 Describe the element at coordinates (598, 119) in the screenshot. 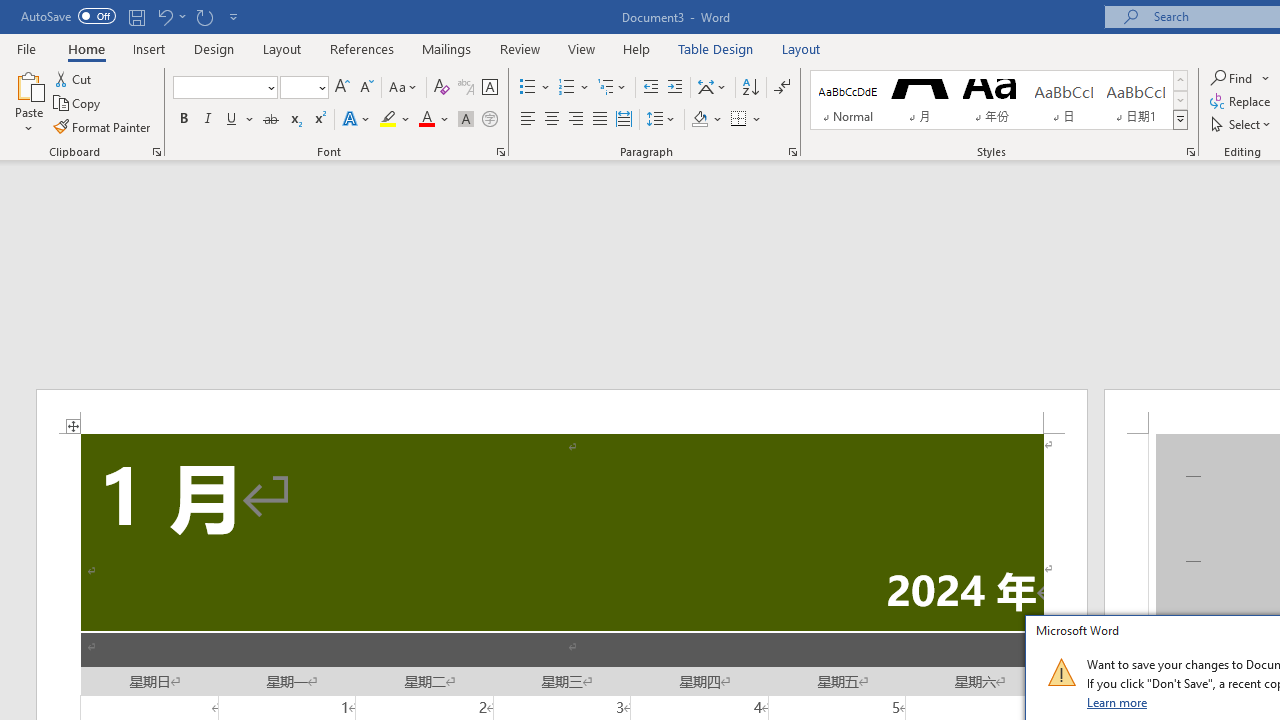

I see `'Justify'` at that location.